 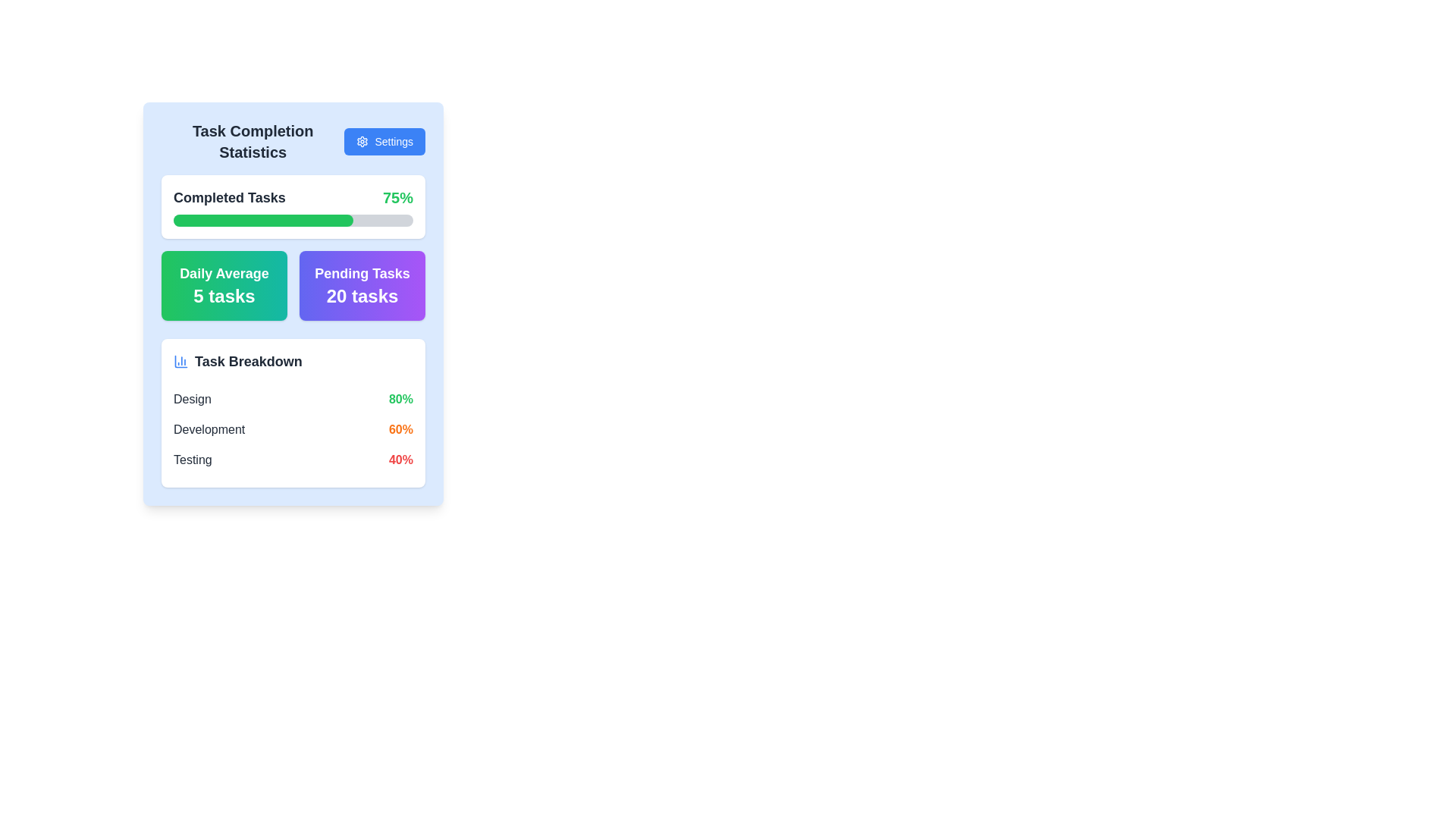 I want to click on the static text display that shows the percentage completion for the 'Development' task in the 'Task Breakdown' section, located in the right column of the second row next to the label 'Development', so click(x=400, y=430).